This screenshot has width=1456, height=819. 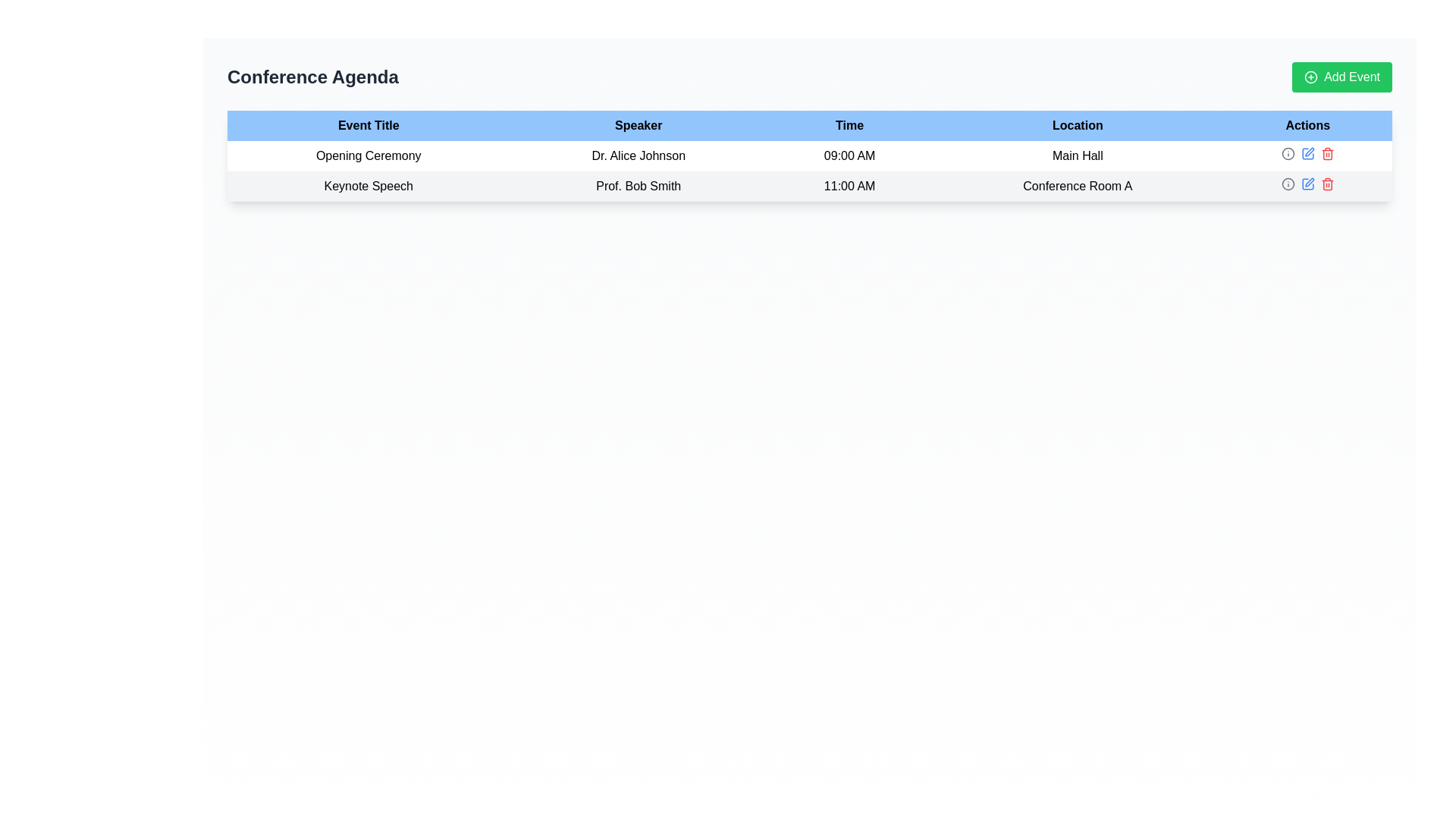 I want to click on the 'Location' table header, which has a light blue background and black centered text, positioned as the fourth column in the table, so click(x=1077, y=124).